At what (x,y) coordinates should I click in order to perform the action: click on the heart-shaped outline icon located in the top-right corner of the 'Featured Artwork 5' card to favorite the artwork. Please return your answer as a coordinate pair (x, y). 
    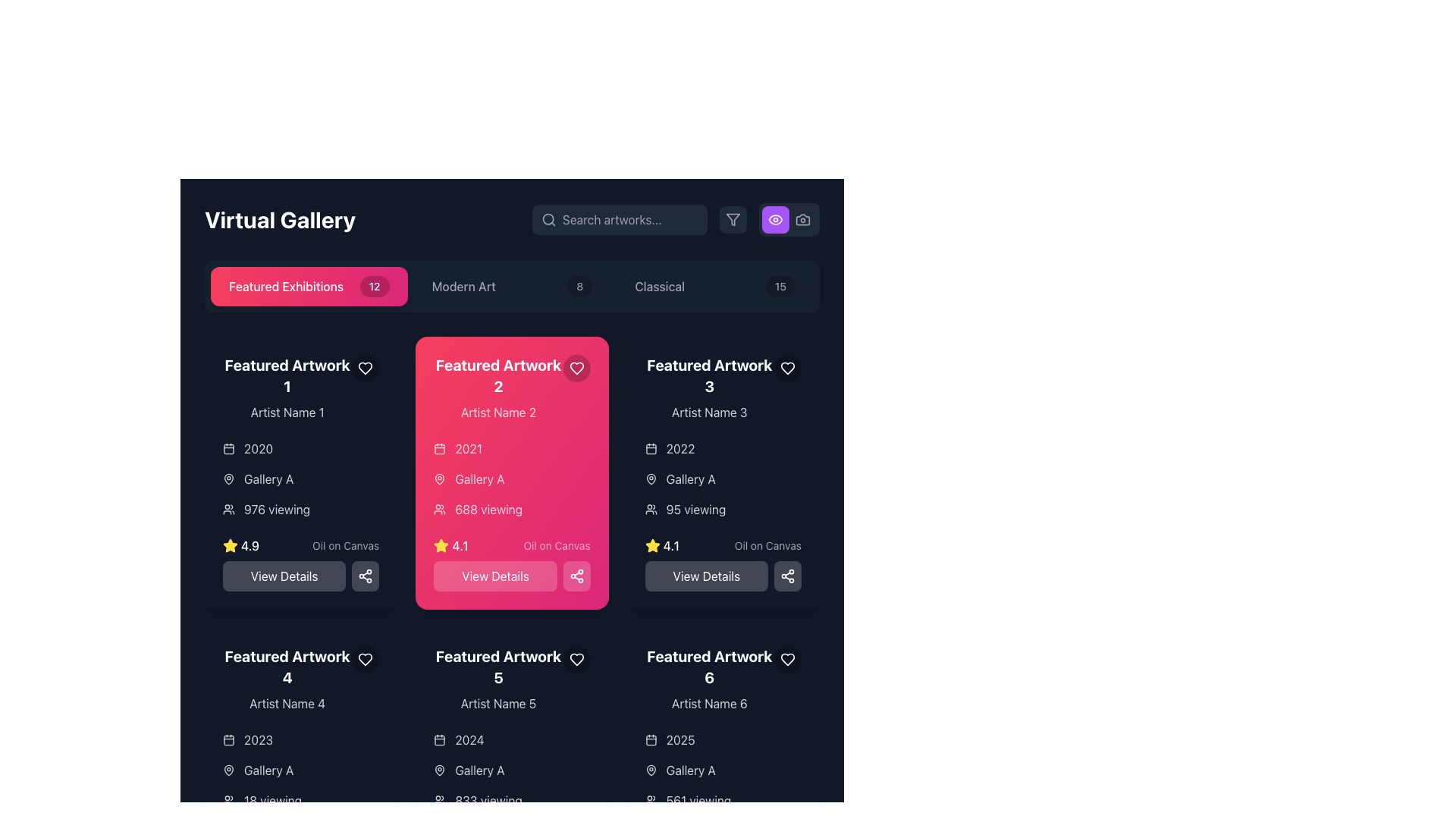
    Looking at the image, I should click on (576, 659).